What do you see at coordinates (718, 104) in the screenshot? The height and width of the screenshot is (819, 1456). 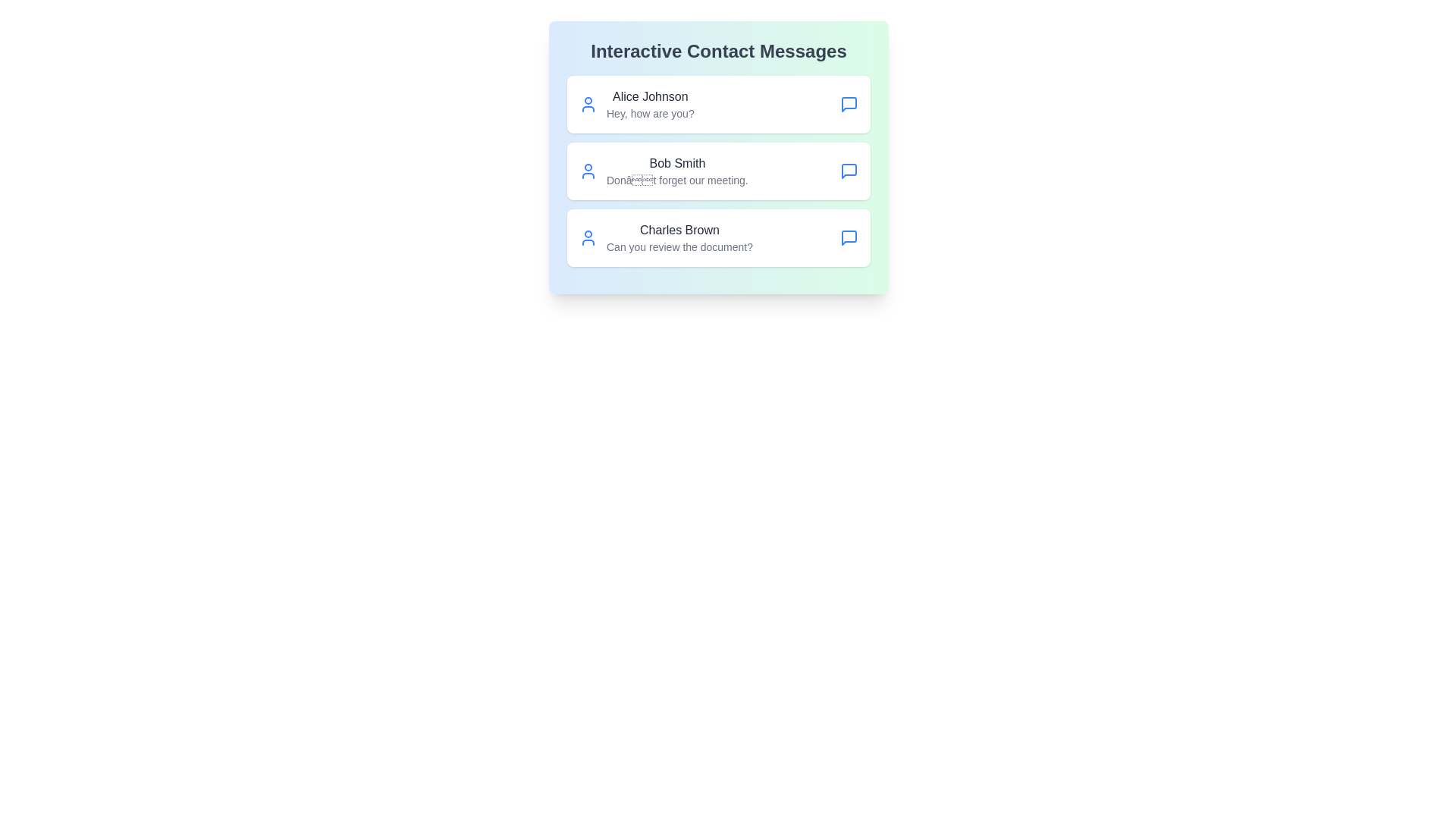 I see `the contact Alice Johnson from the list` at bounding box center [718, 104].